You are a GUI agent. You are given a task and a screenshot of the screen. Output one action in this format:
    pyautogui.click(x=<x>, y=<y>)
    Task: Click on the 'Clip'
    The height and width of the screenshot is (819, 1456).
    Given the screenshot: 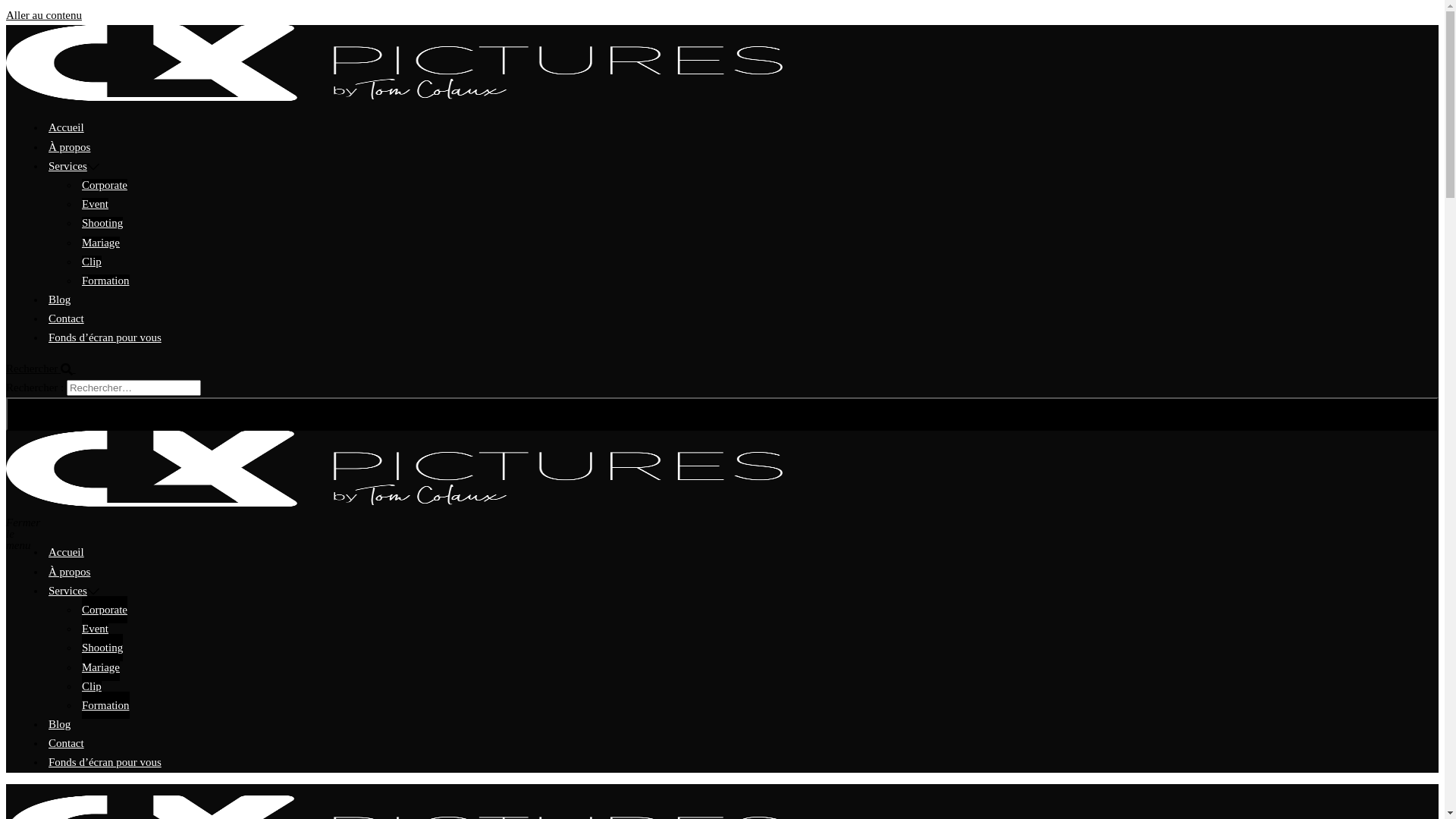 What is the action you would take?
    pyautogui.click(x=90, y=686)
    